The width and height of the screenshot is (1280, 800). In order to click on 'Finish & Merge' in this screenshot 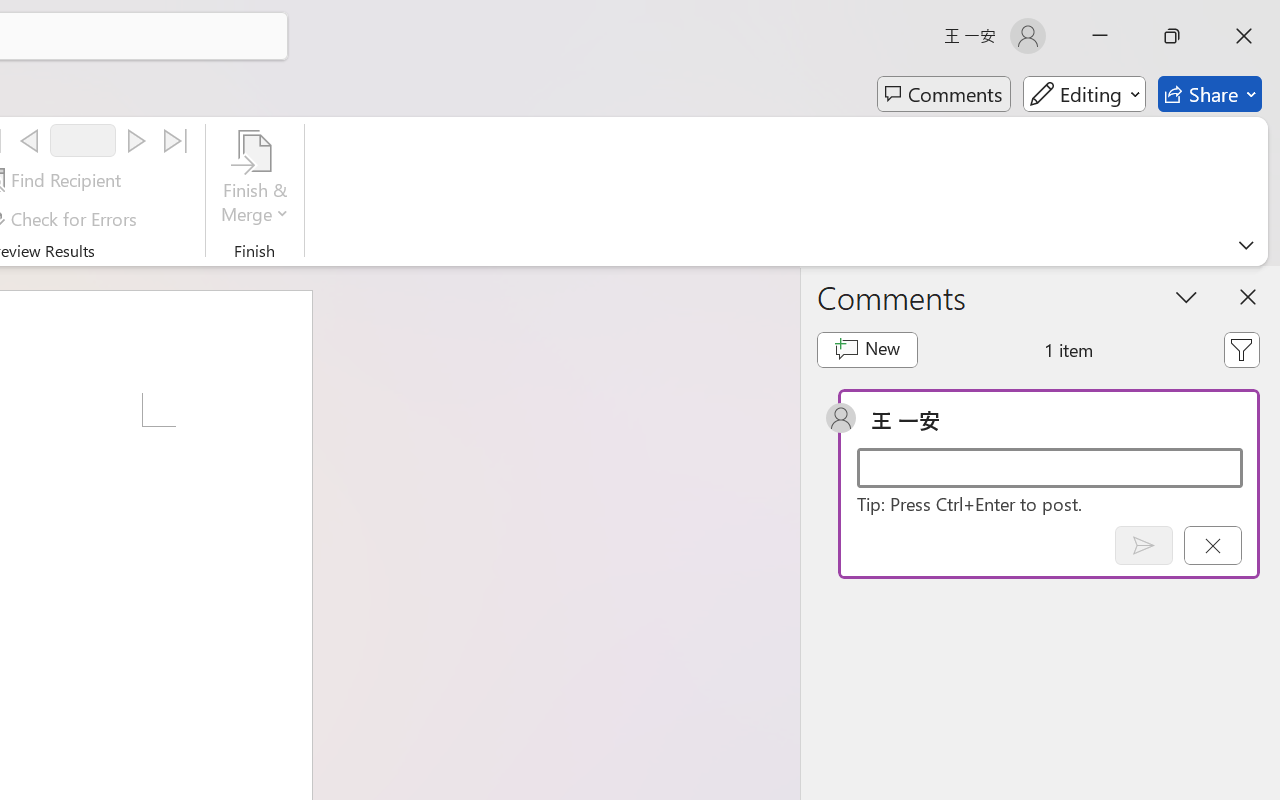, I will do `click(254, 179)`.